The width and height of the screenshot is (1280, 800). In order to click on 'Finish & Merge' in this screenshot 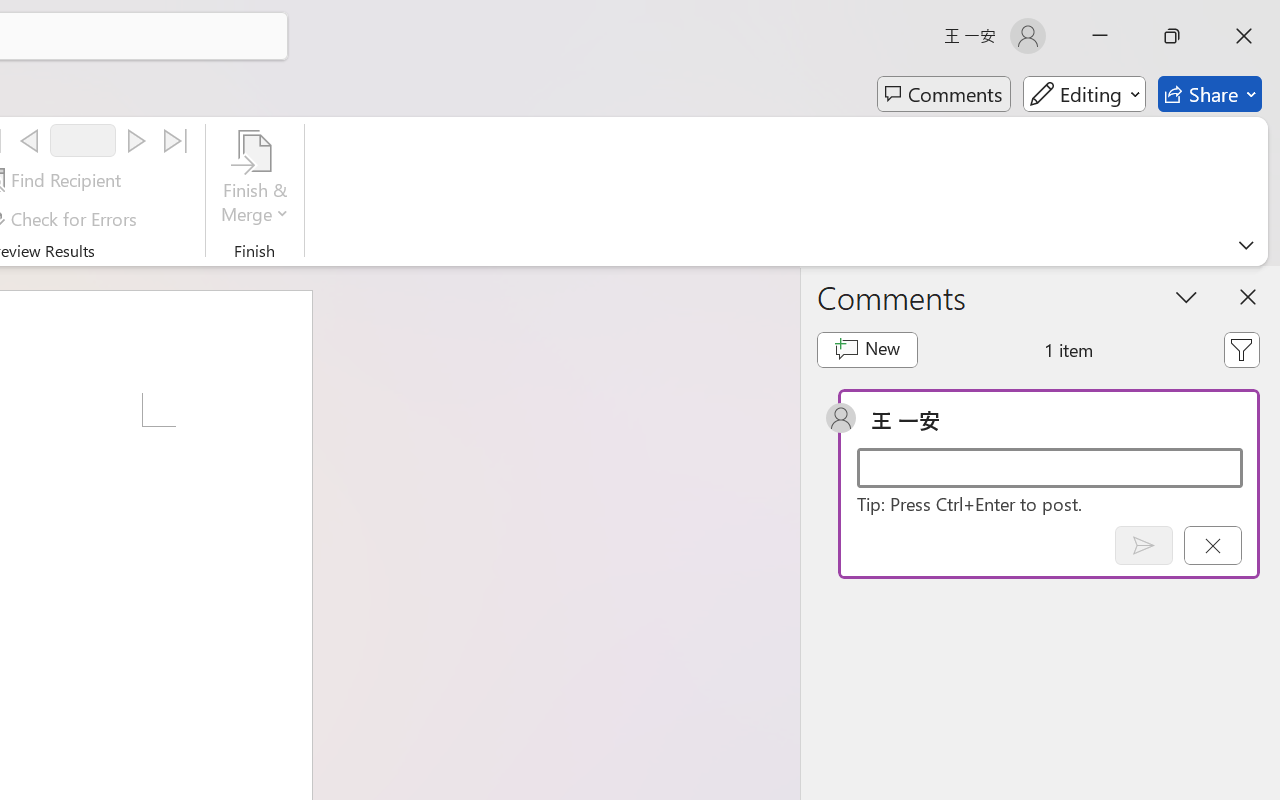, I will do `click(254, 179)`.